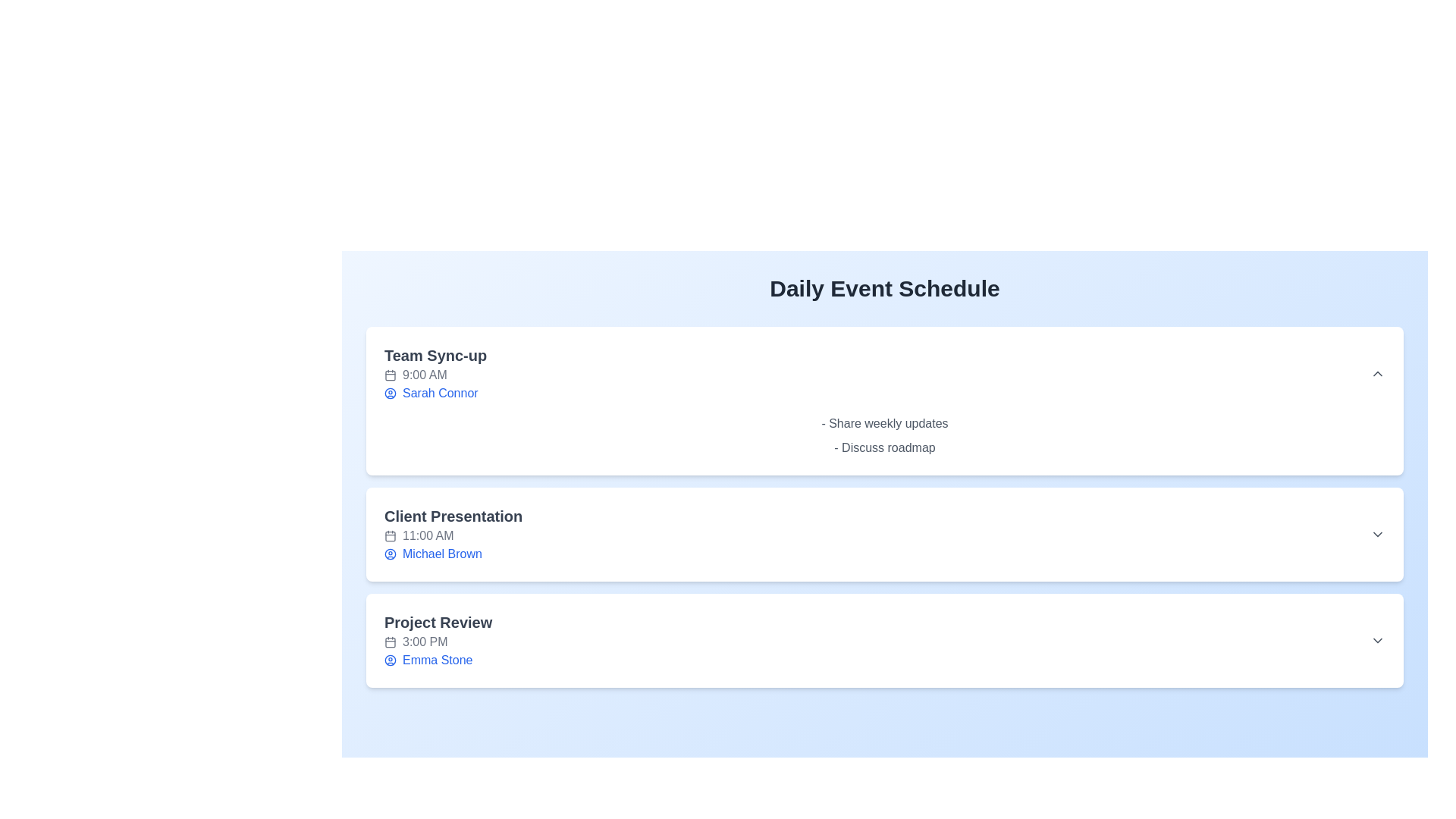  What do you see at coordinates (1378, 640) in the screenshot?
I see `the downward-pointing chevron icon in the bottom-right corner of the 'Project Review' card` at bounding box center [1378, 640].